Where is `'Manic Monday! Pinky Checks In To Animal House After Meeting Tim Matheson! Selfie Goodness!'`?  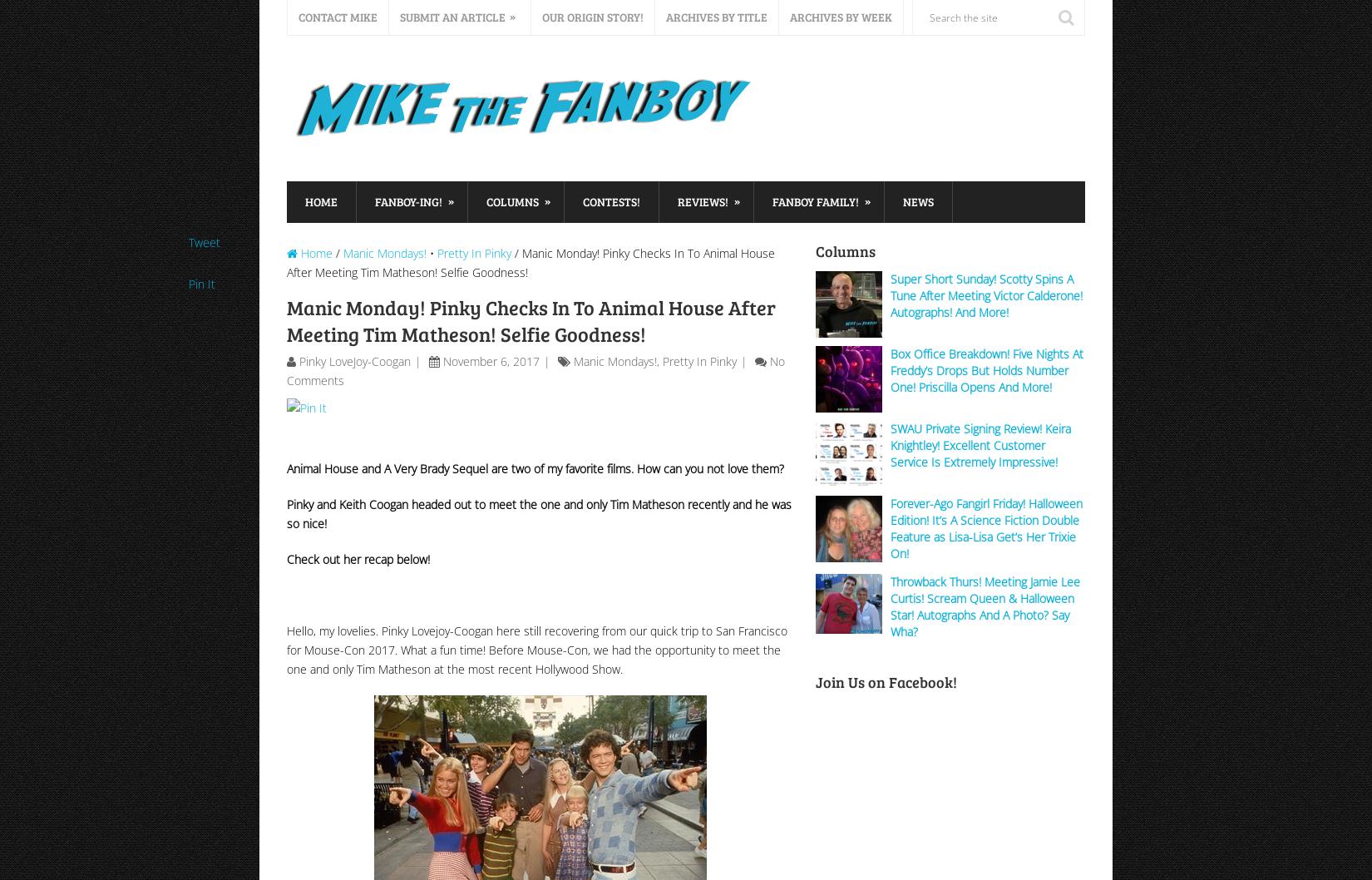
'Manic Monday! Pinky Checks In To Animal House After Meeting Tim Matheson! Selfie Goodness!' is located at coordinates (531, 320).